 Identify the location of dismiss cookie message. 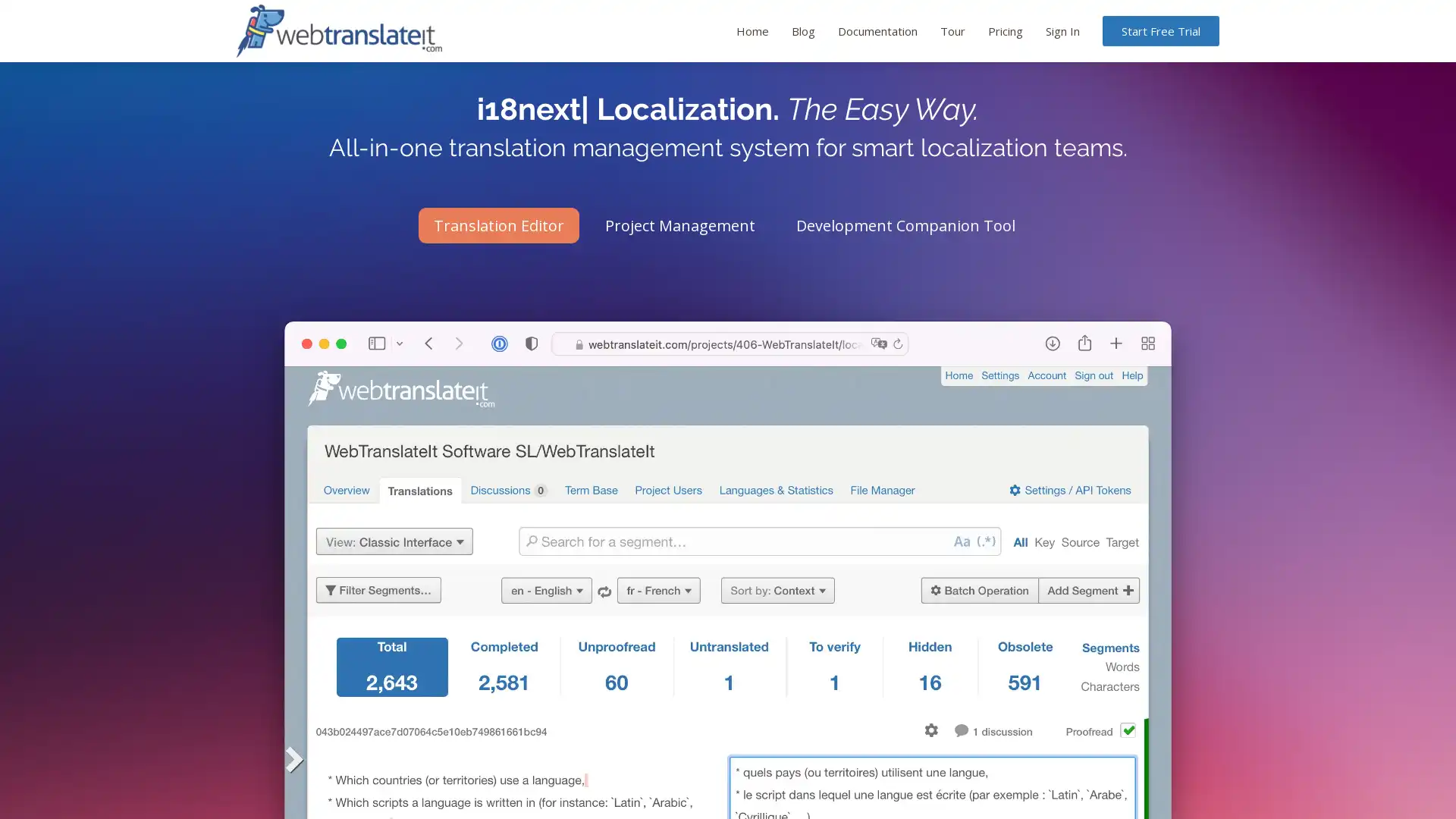
(1380, 791).